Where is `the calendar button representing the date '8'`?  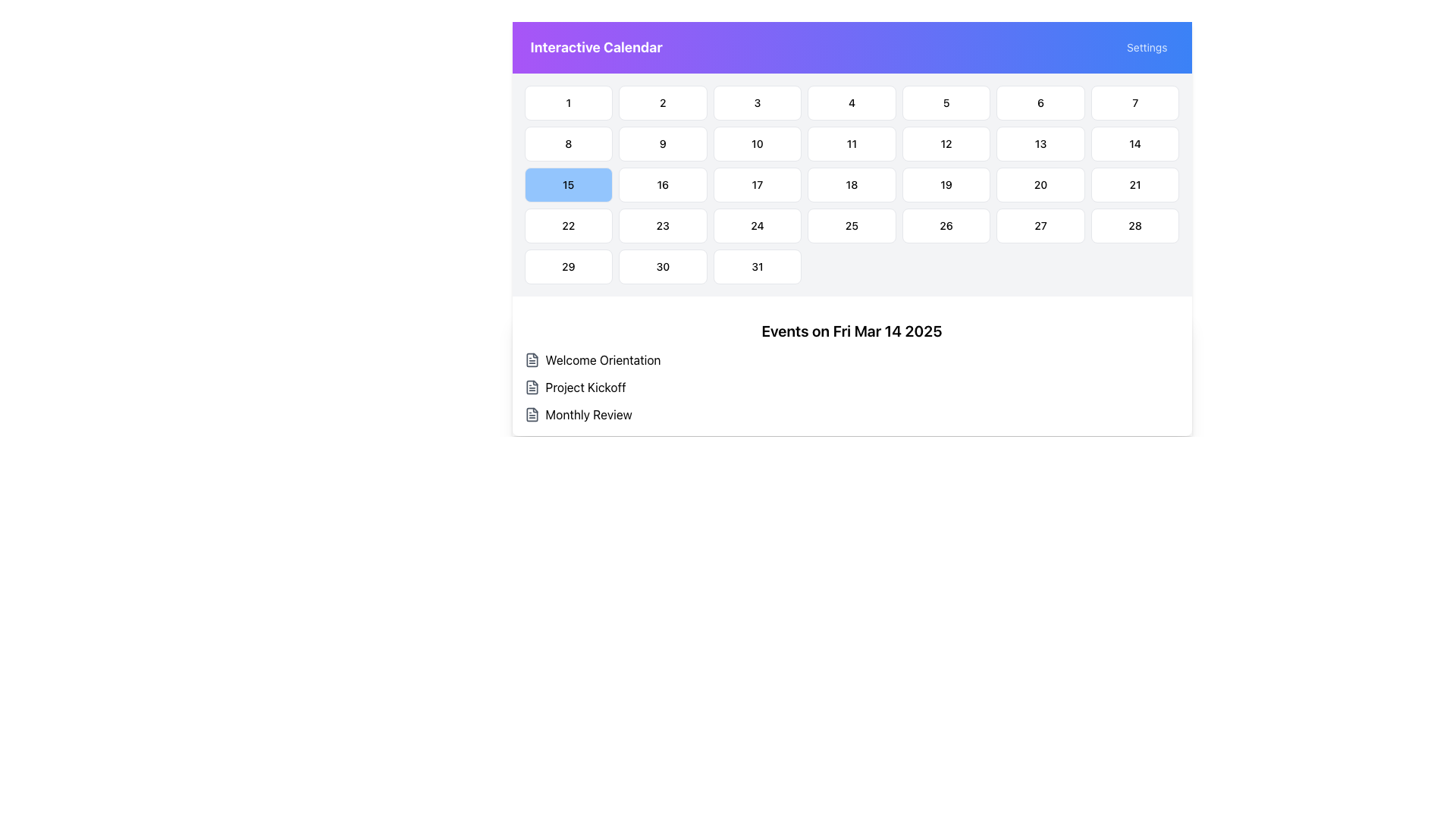
the calendar button representing the date '8' is located at coordinates (567, 143).